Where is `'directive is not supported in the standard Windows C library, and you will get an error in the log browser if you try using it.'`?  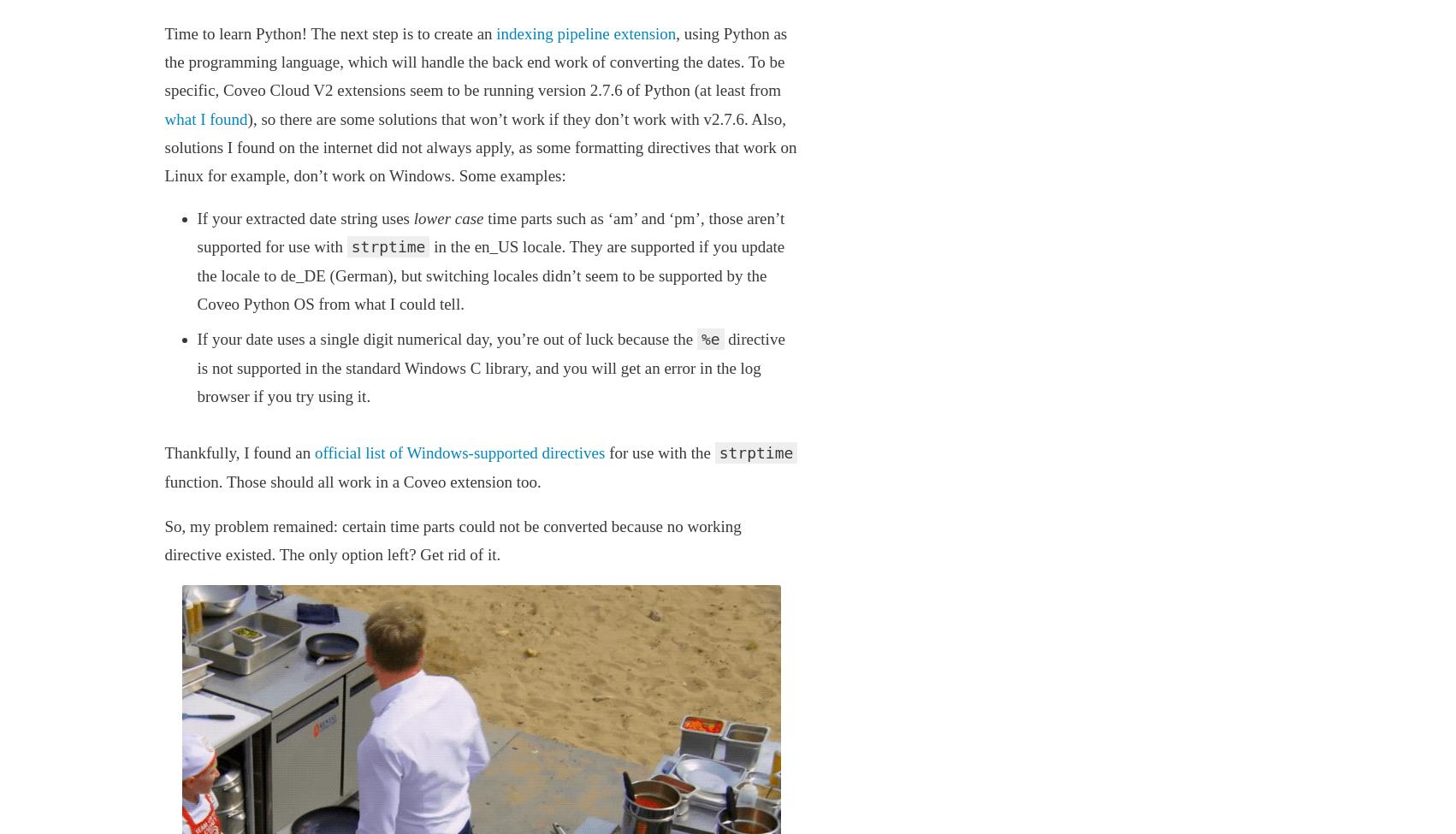 'directive is not supported in the standard Windows C library, and you will get an error in the log browser if you try using it.' is located at coordinates (195, 367).